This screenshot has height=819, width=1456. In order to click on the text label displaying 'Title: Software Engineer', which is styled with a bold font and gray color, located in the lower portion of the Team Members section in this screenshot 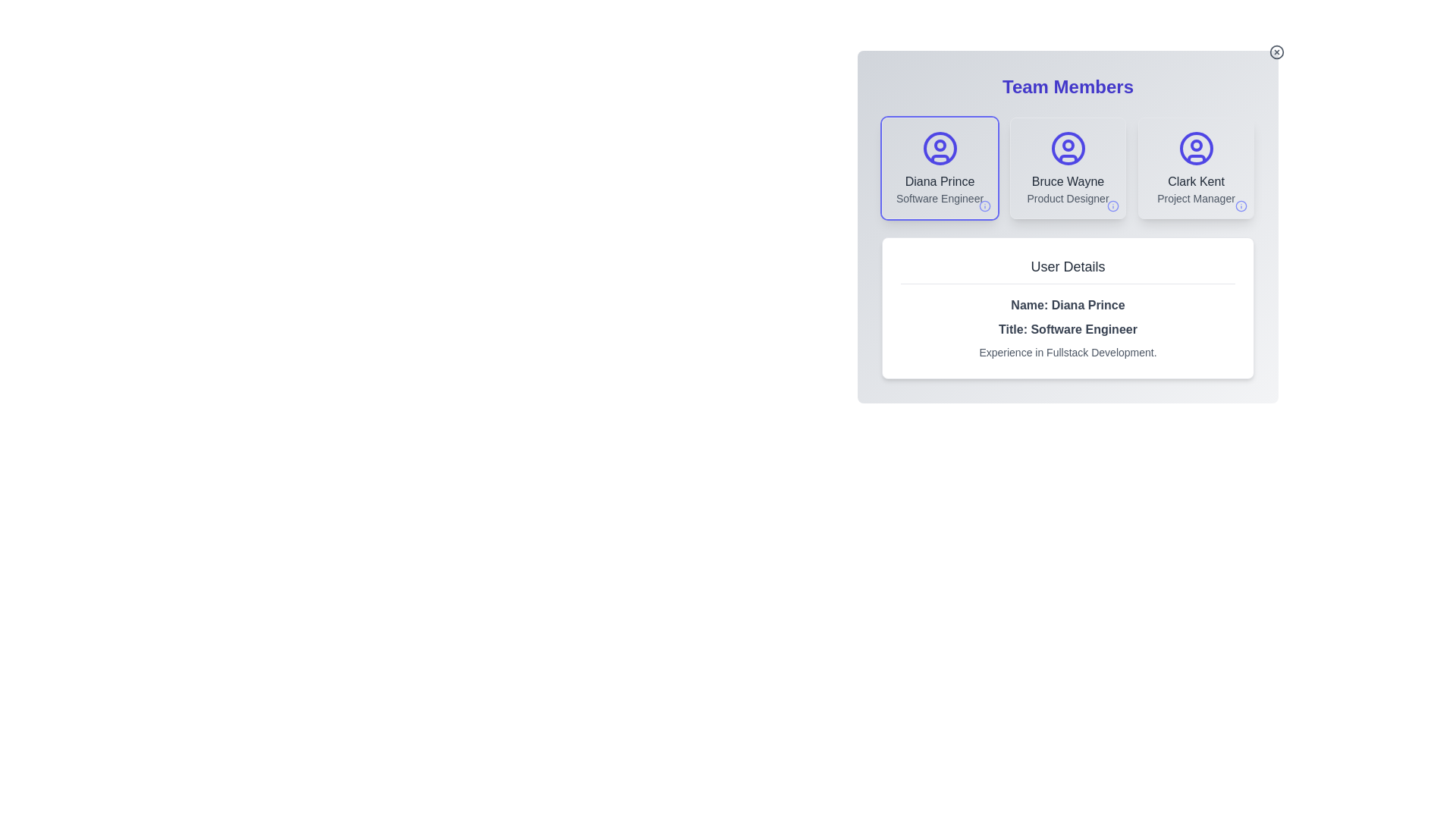, I will do `click(1067, 329)`.